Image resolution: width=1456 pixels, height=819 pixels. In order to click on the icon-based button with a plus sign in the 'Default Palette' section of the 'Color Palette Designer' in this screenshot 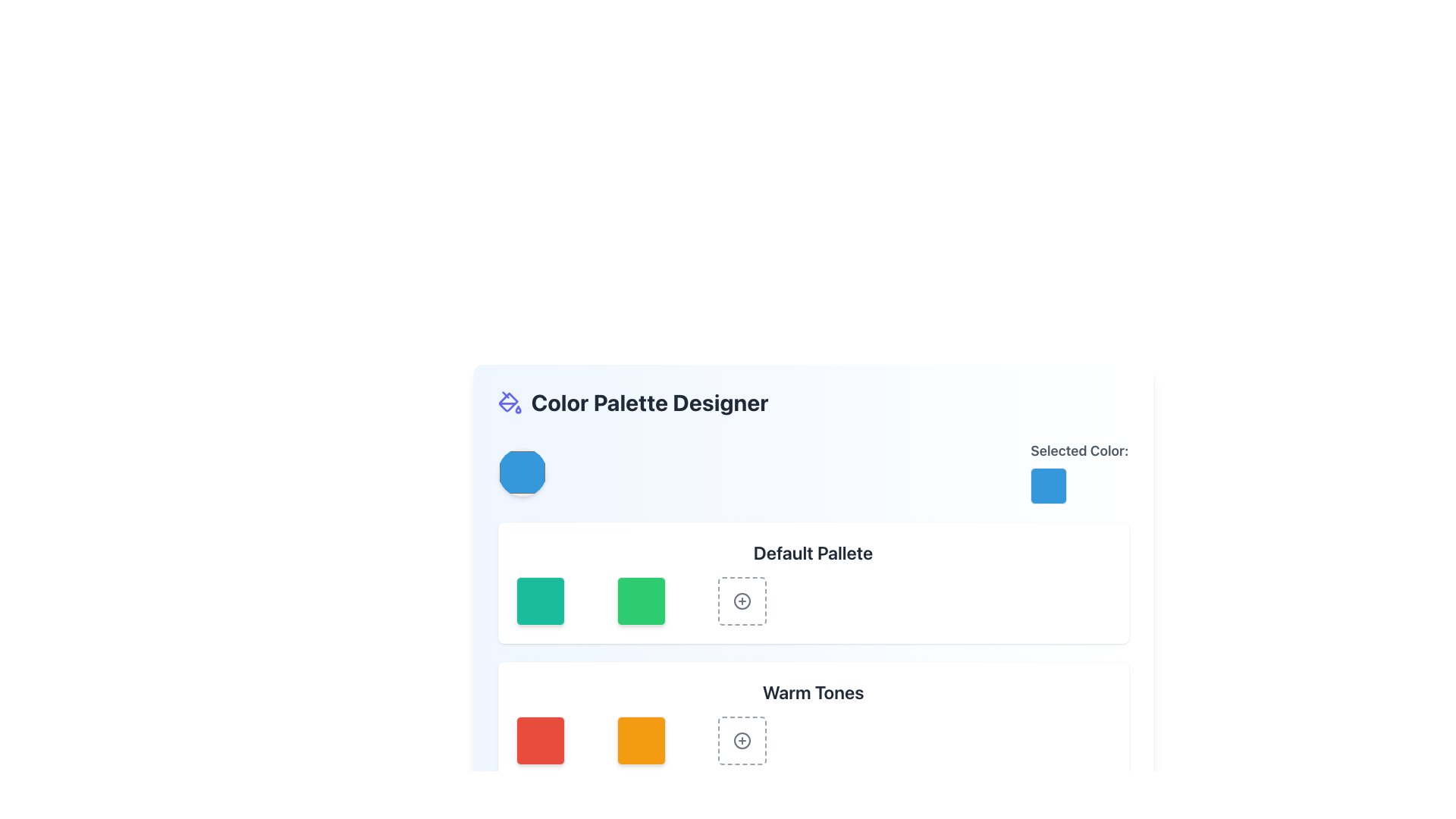, I will do `click(742, 739)`.